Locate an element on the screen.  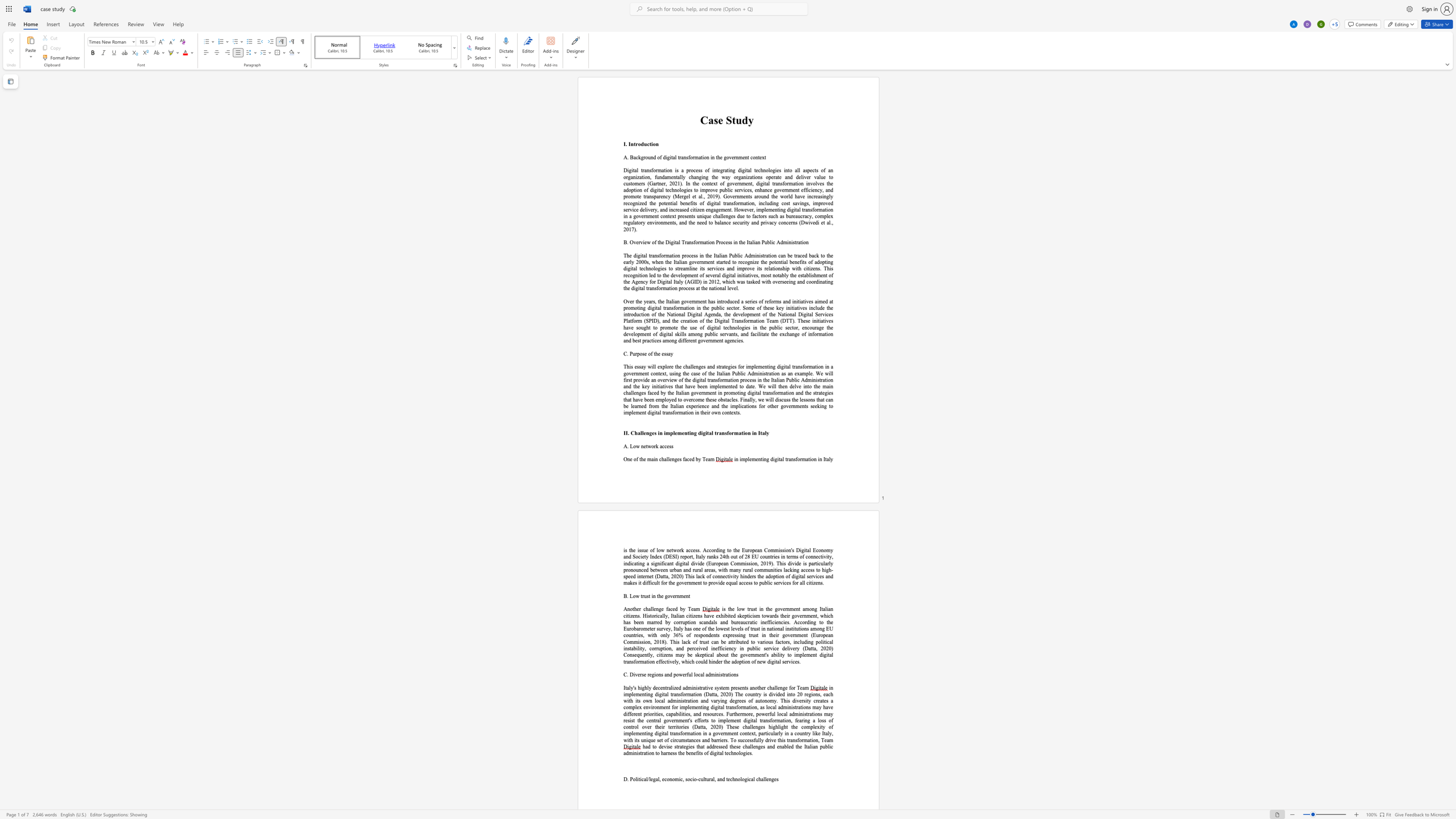
the space between the continuous character "a" and "r" in the text is located at coordinates (762, 641).